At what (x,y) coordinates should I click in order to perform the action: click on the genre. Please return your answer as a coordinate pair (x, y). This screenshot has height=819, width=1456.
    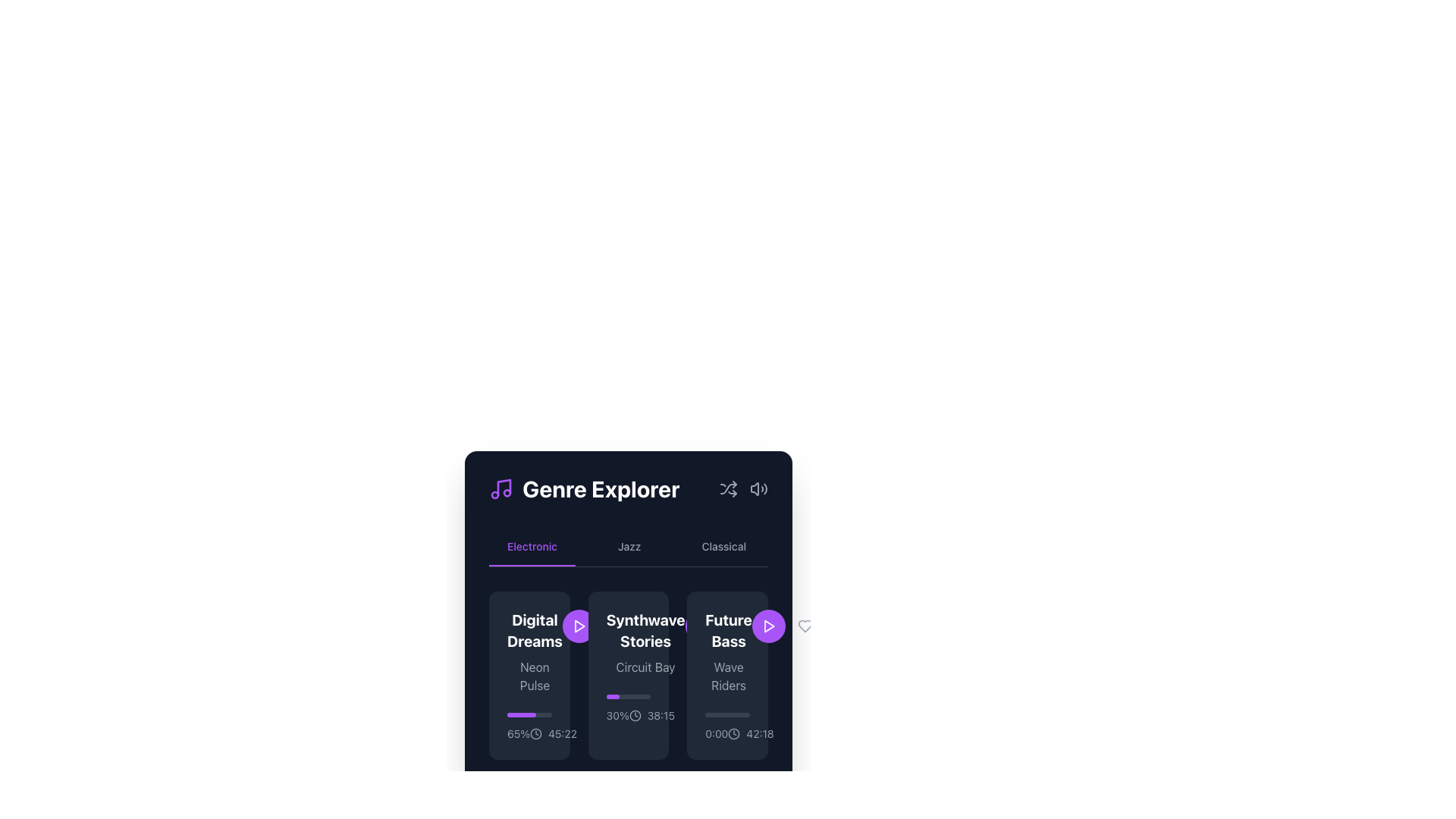
    Looking at the image, I should click on (729, 651).